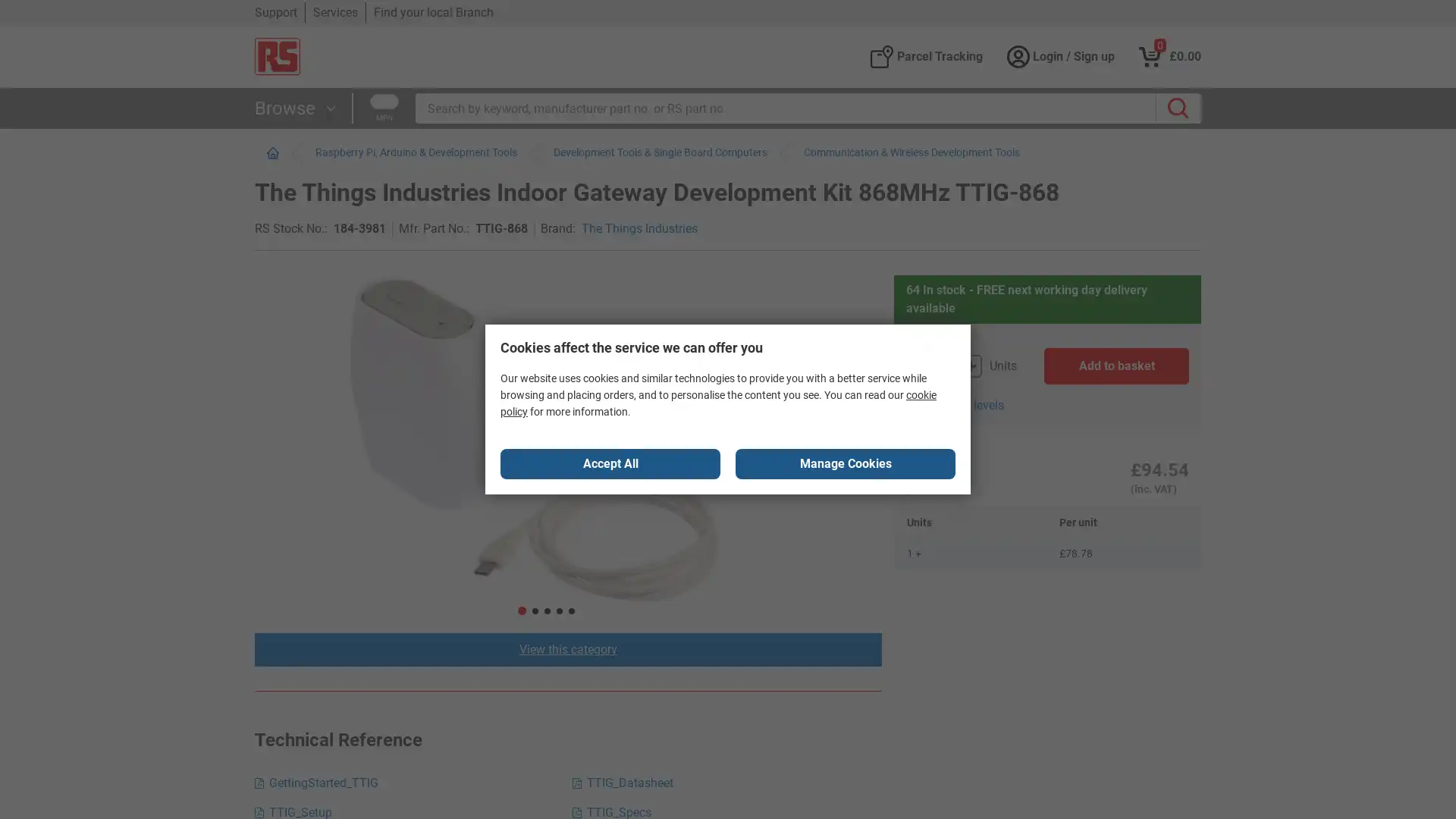  Describe the element at coordinates (953, 405) in the screenshot. I see `Check stock levels` at that location.